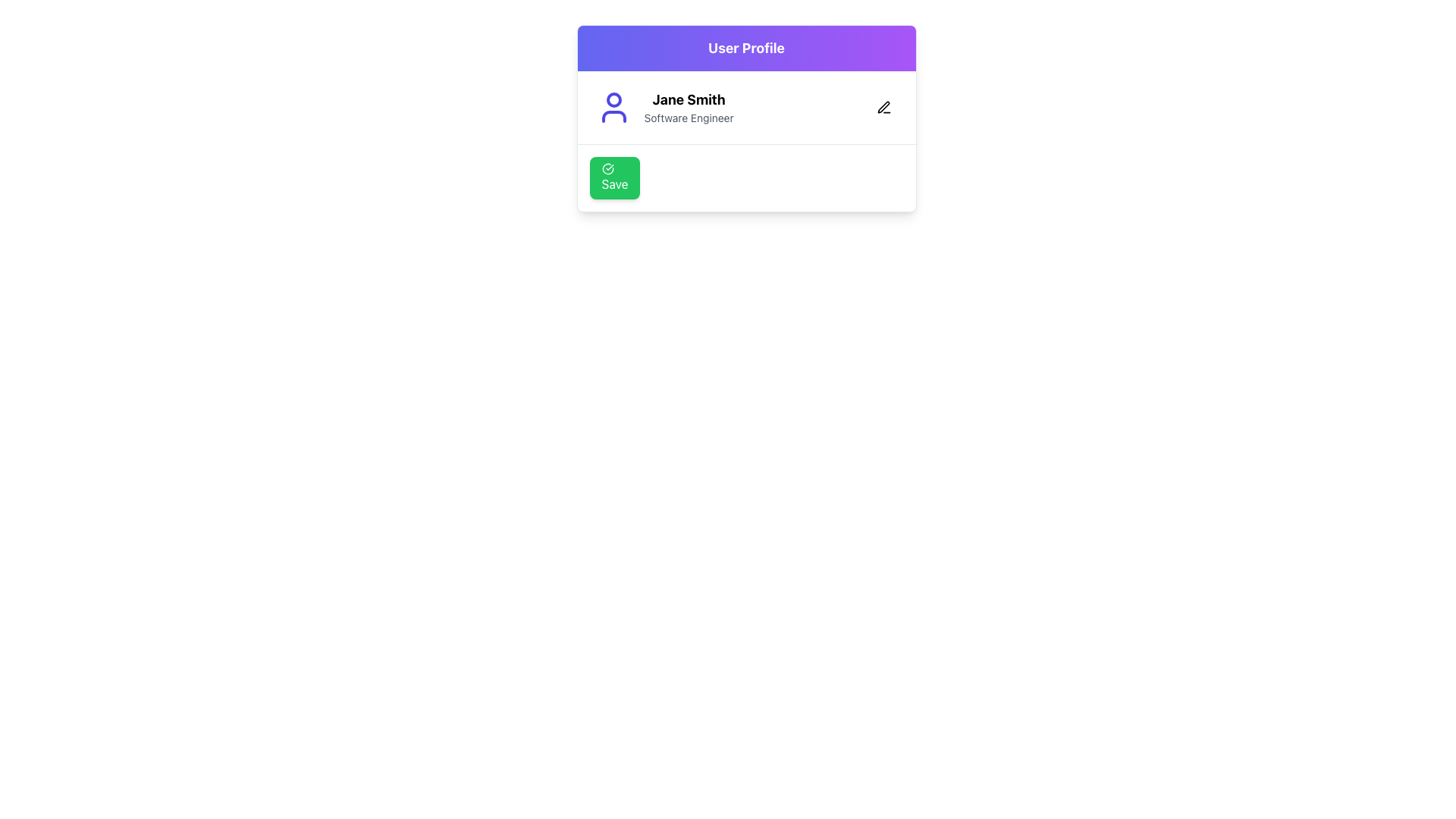 This screenshot has width=1456, height=819. Describe the element at coordinates (688, 107) in the screenshot. I see `the text display showing 'Jane Smith' and 'Software Engineer' in the user profile card` at that location.